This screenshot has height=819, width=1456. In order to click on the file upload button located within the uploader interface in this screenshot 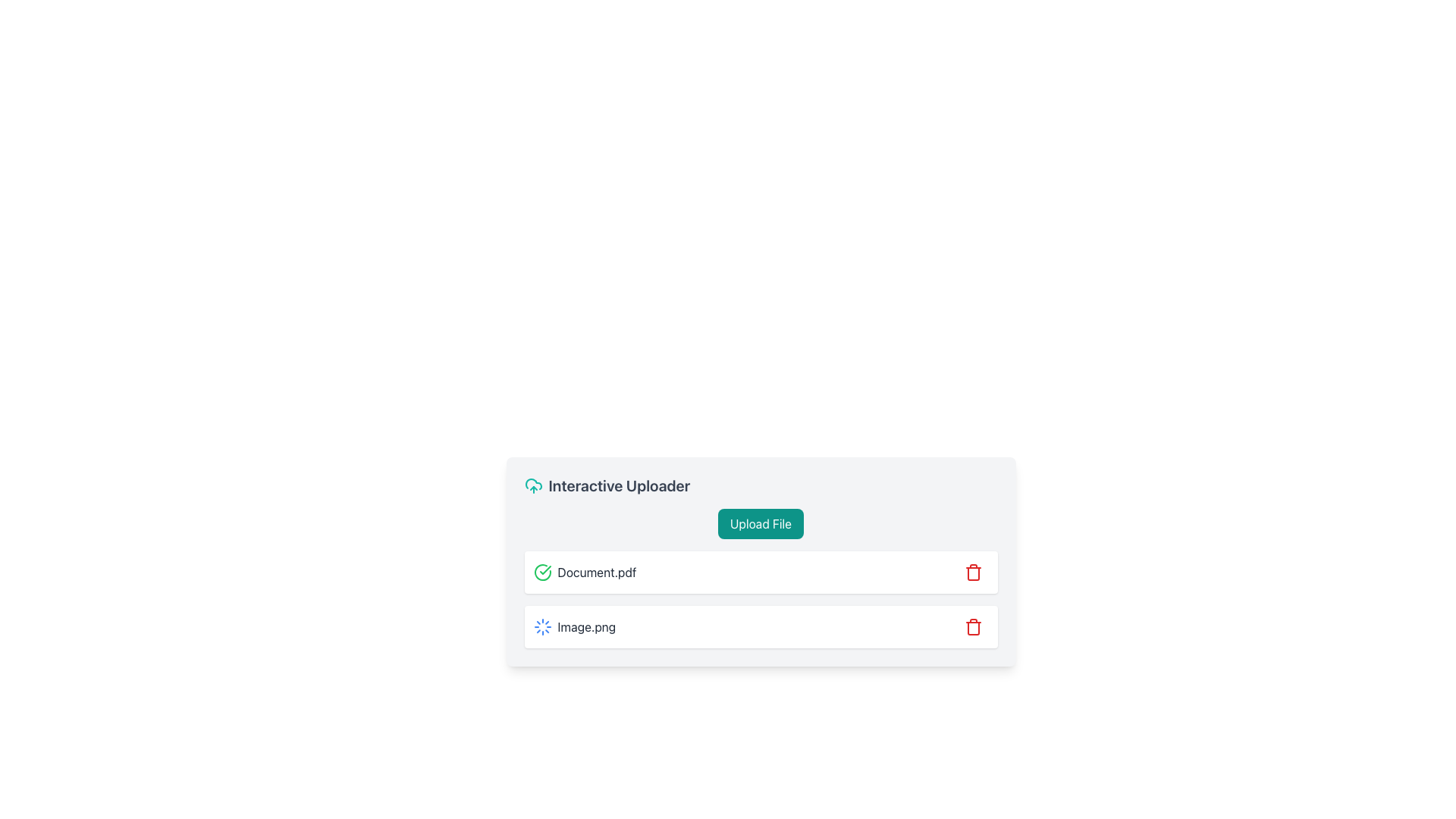, I will do `click(761, 522)`.